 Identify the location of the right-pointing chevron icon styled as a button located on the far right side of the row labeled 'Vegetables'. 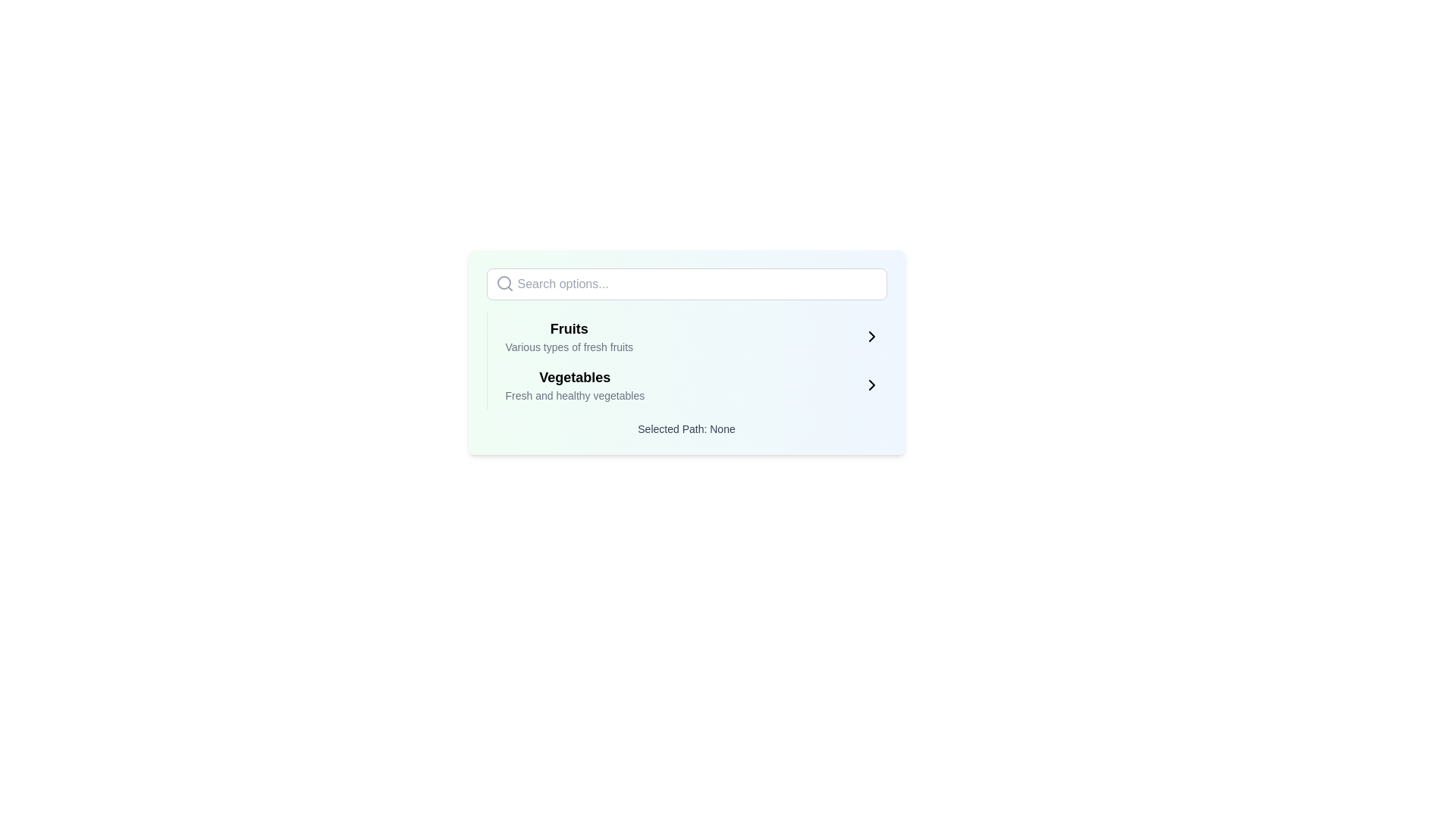
(871, 384).